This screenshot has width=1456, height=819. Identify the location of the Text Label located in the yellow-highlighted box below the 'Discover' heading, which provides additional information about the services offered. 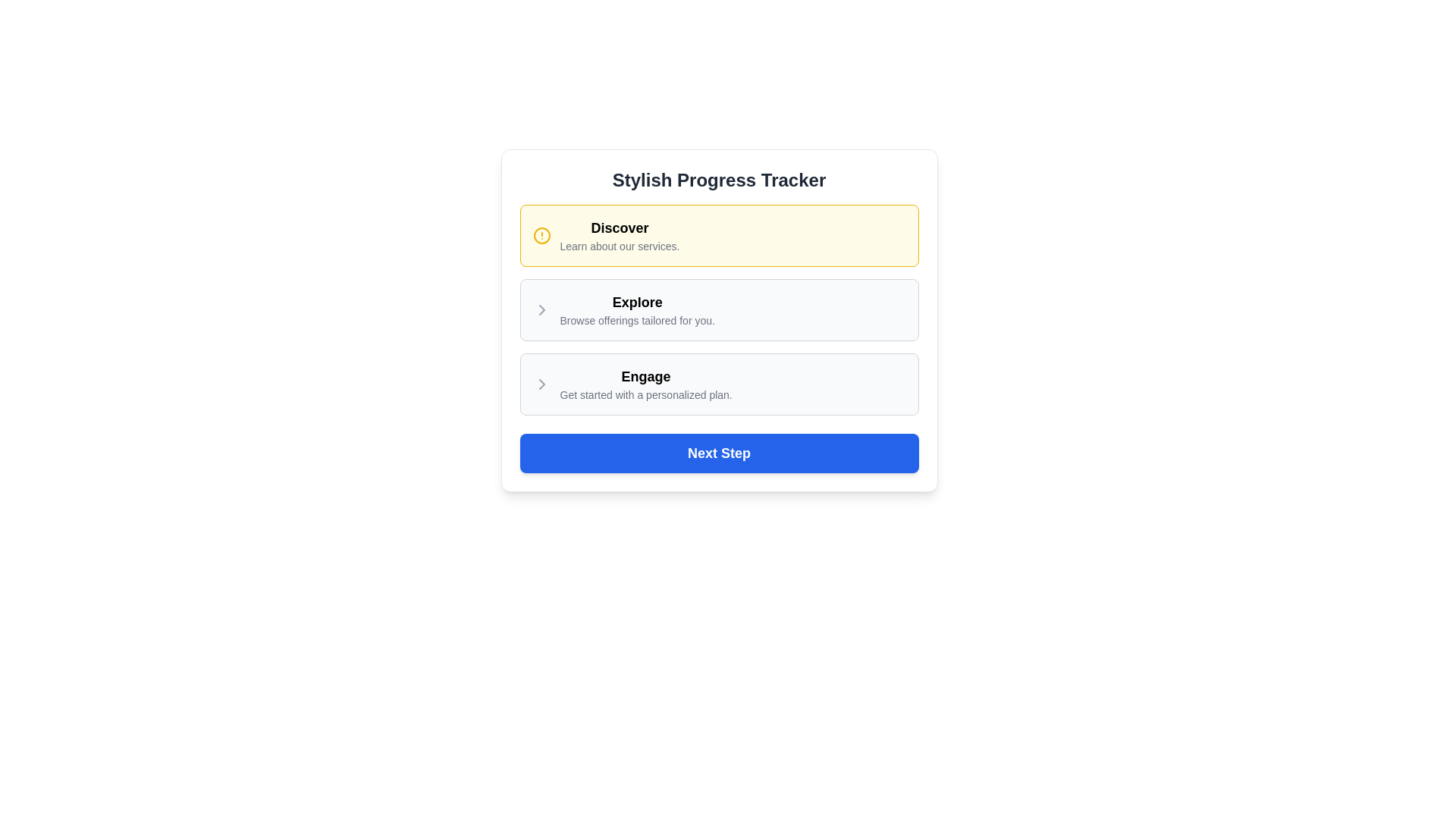
(620, 245).